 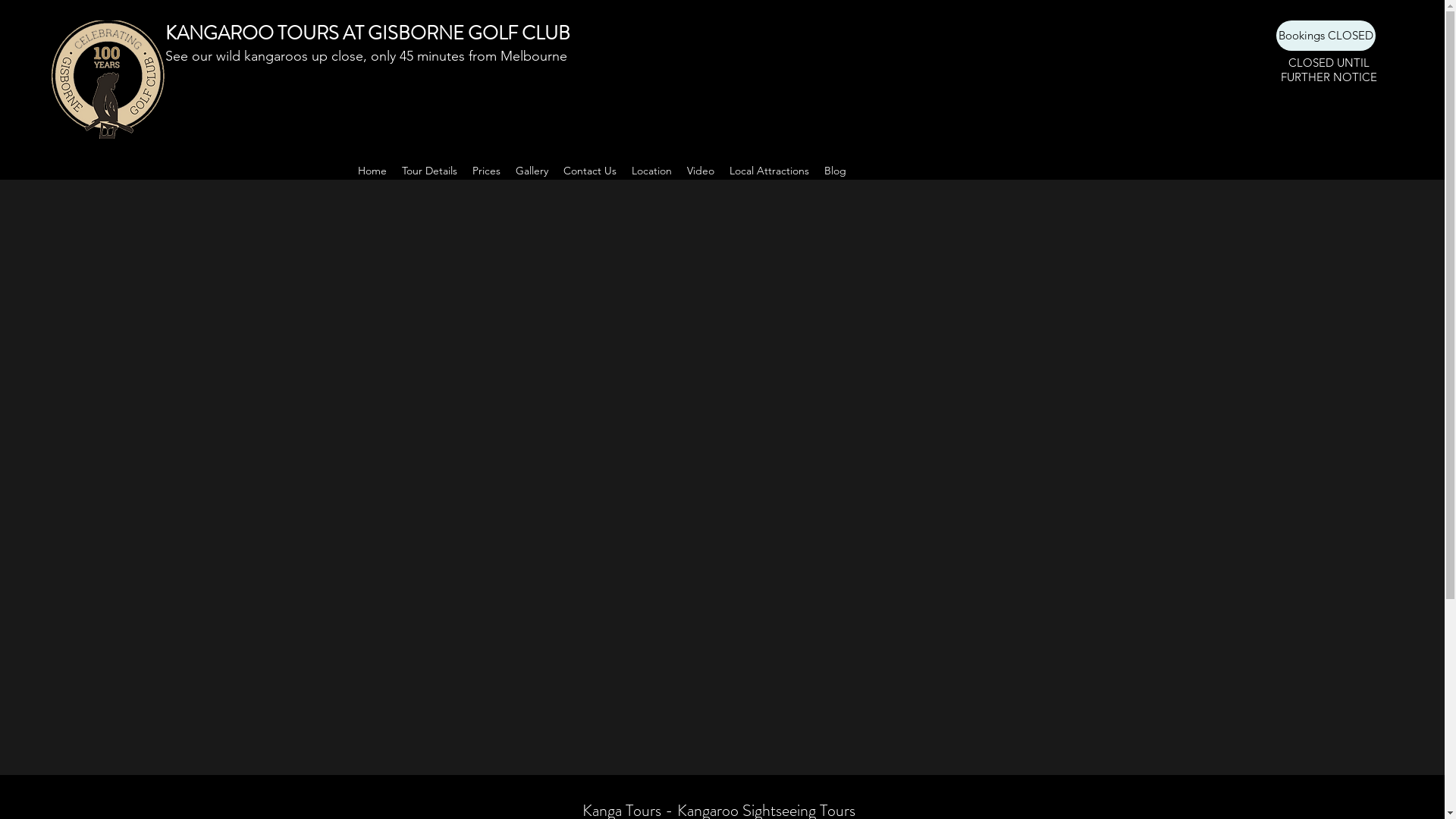 I want to click on 'Local Attractions', so click(x=769, y=170).